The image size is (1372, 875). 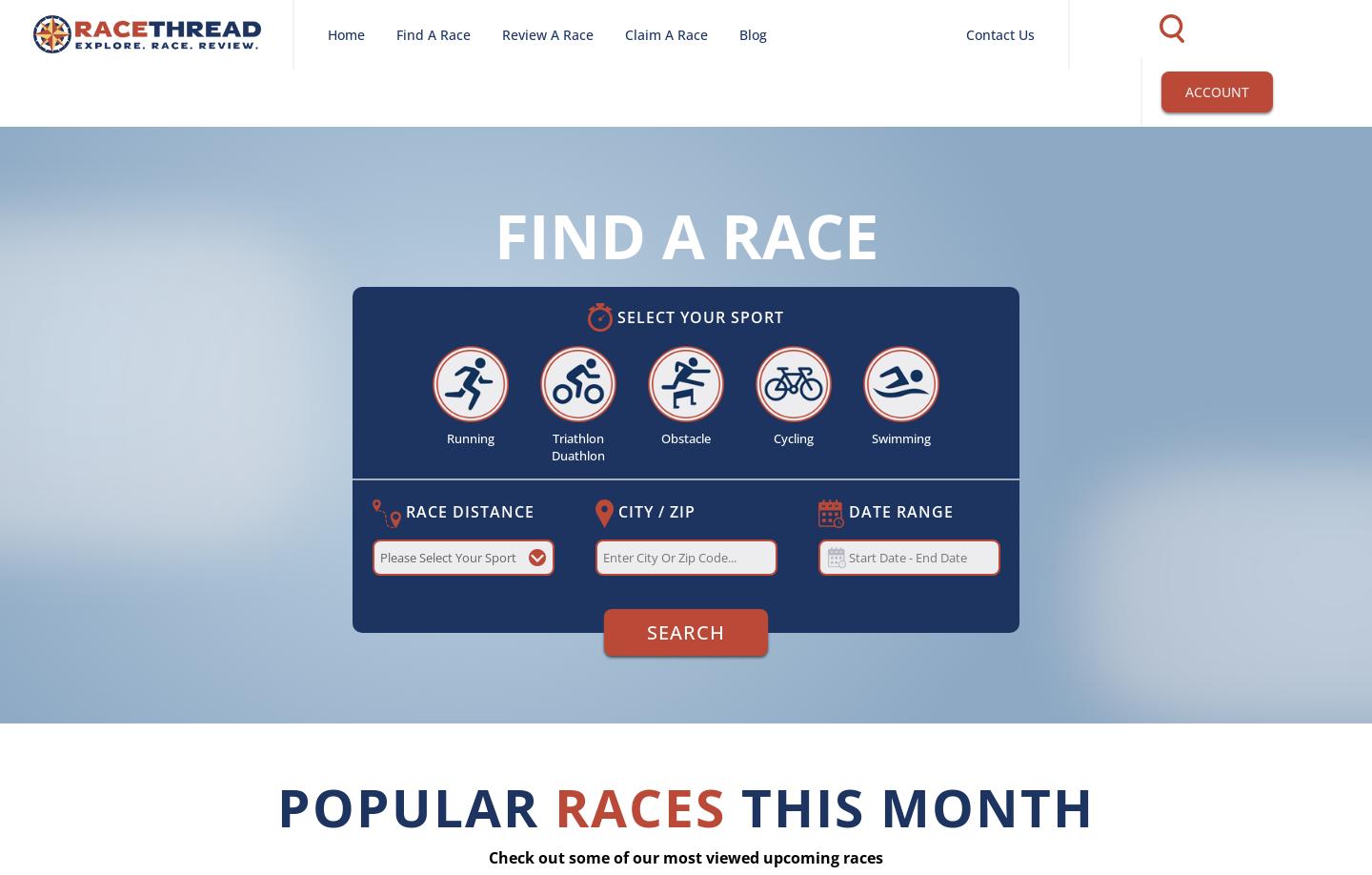 I want to click on 'Triathlon Duathlon', so click(x=576, y=447).